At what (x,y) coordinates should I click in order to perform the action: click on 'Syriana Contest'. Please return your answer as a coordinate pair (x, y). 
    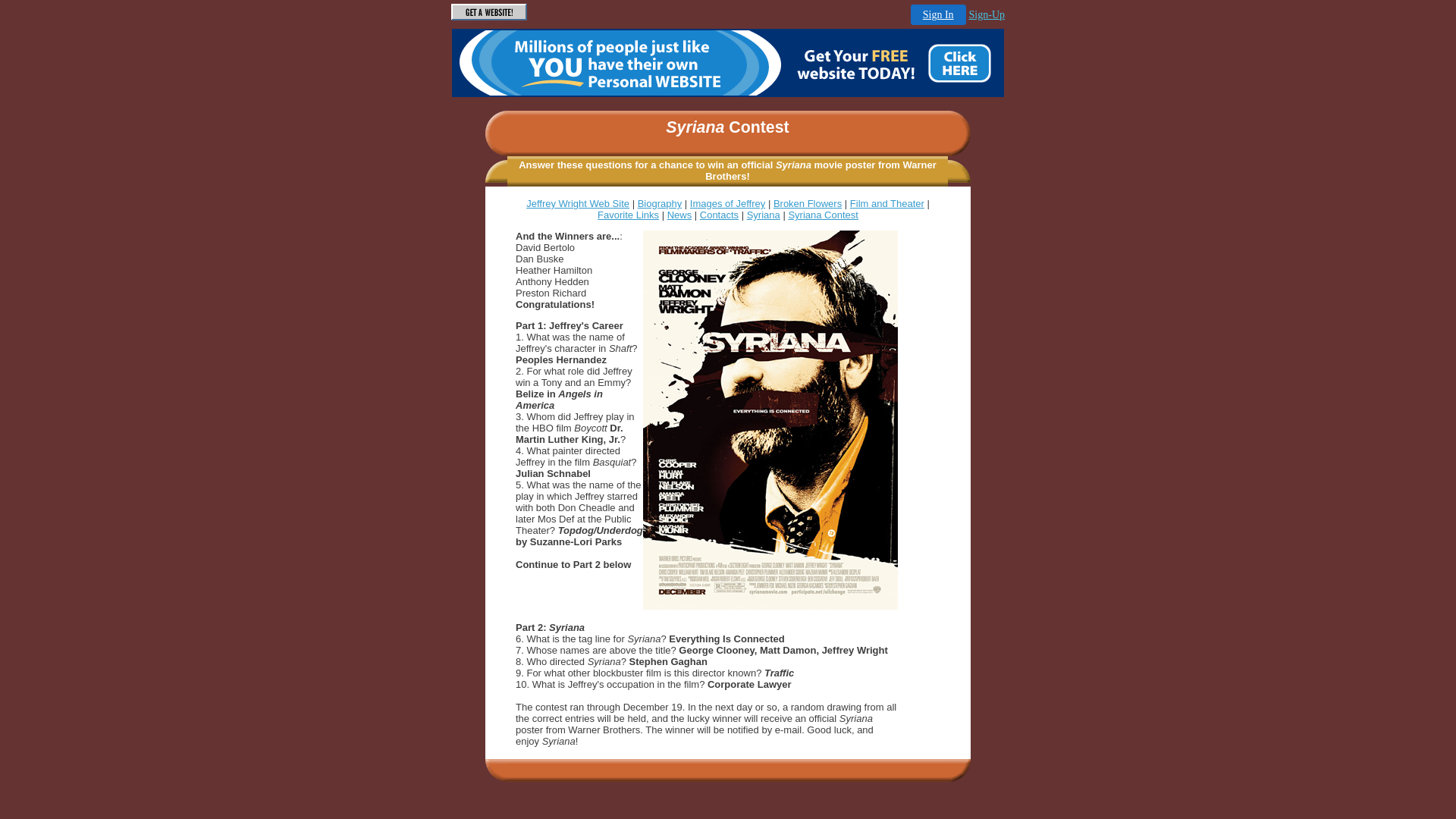
    Looking at the image, I should click on (787, 215).